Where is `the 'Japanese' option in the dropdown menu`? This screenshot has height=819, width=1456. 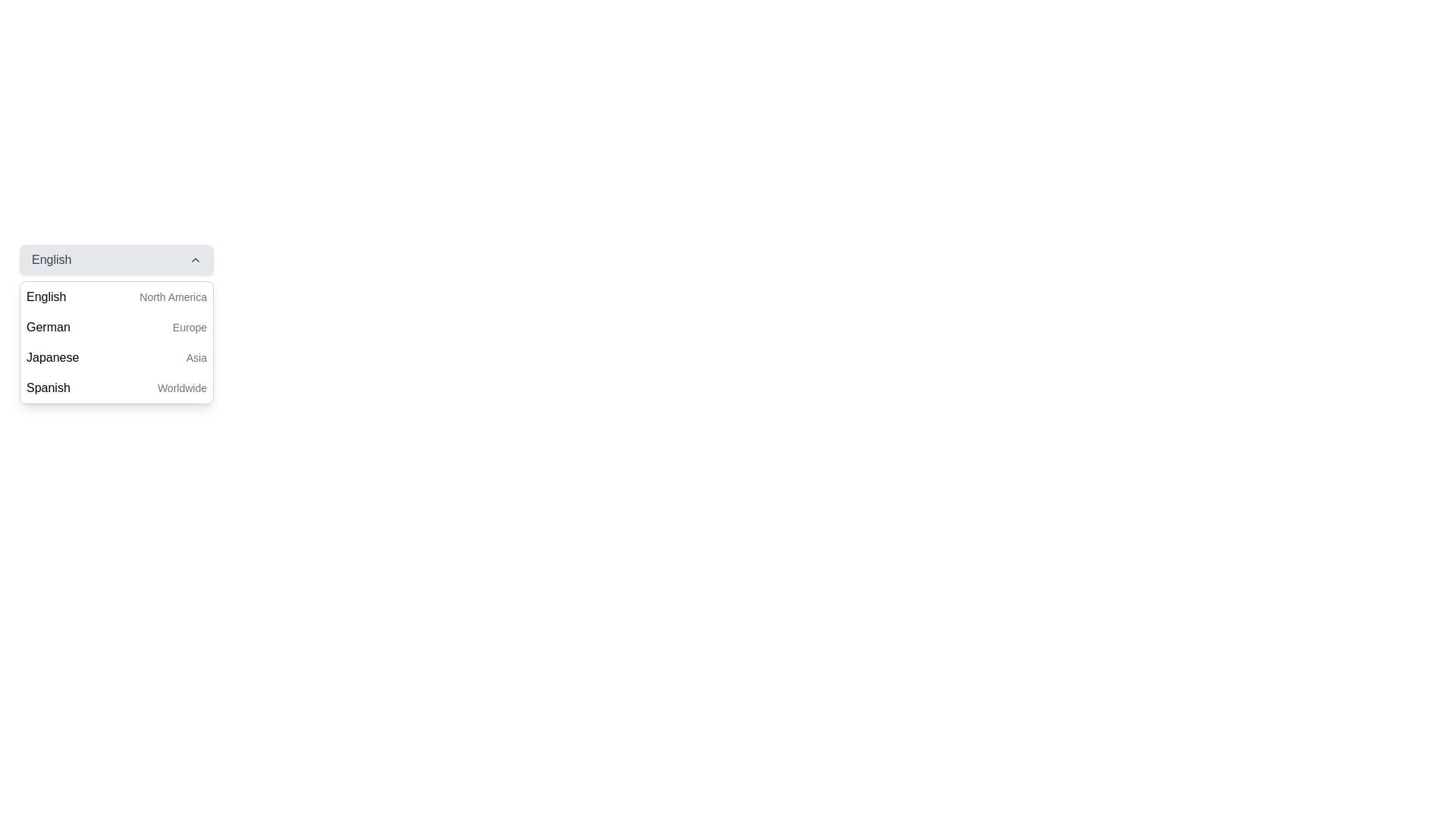 the 'Japanese' option in the dropdown menu is located at coordinates (115, 357).